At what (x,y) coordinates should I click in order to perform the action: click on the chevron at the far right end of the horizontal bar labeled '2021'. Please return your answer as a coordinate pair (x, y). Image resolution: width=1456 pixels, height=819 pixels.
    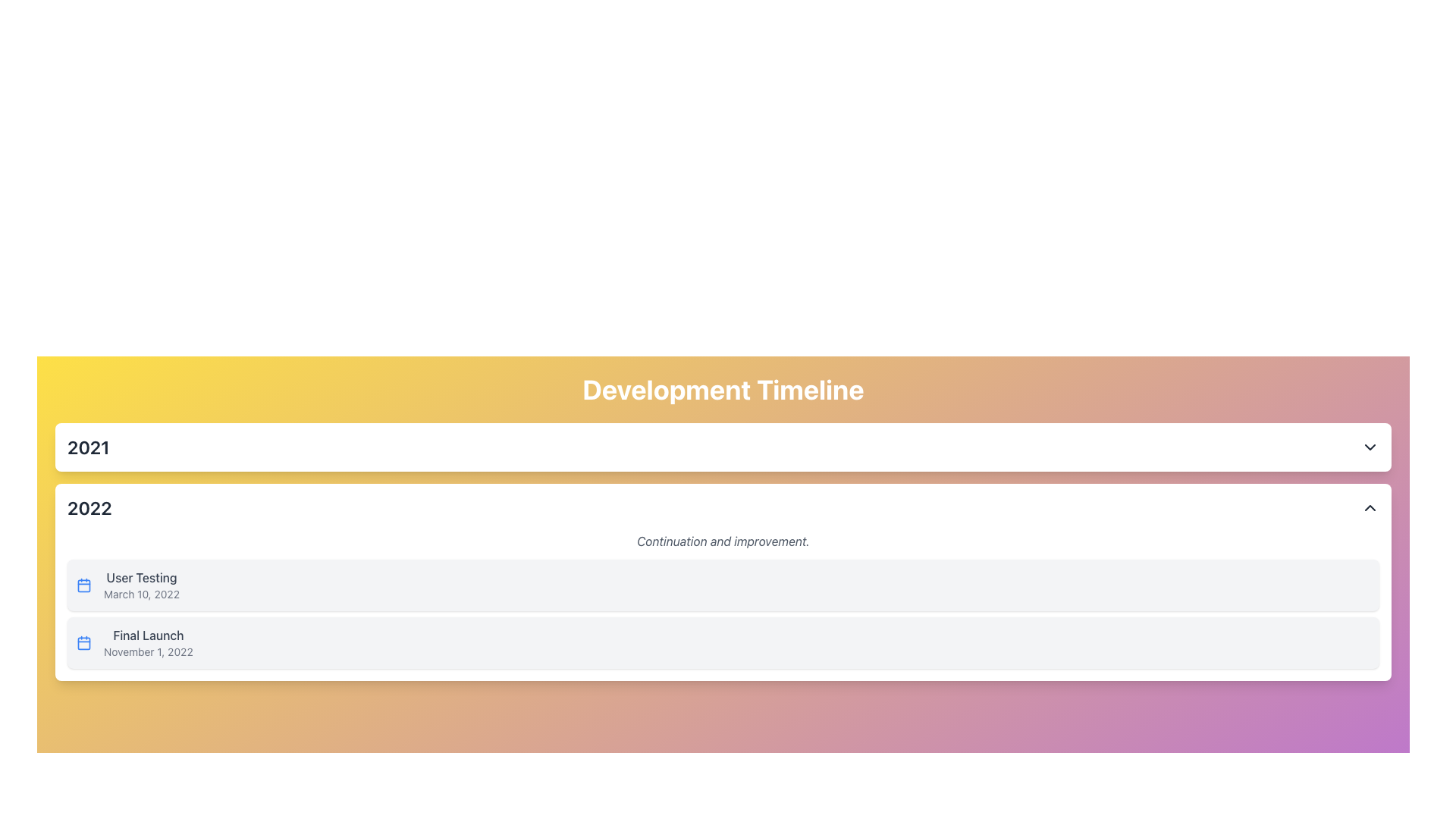
    Looking at the image, I should click on (1370, 447).